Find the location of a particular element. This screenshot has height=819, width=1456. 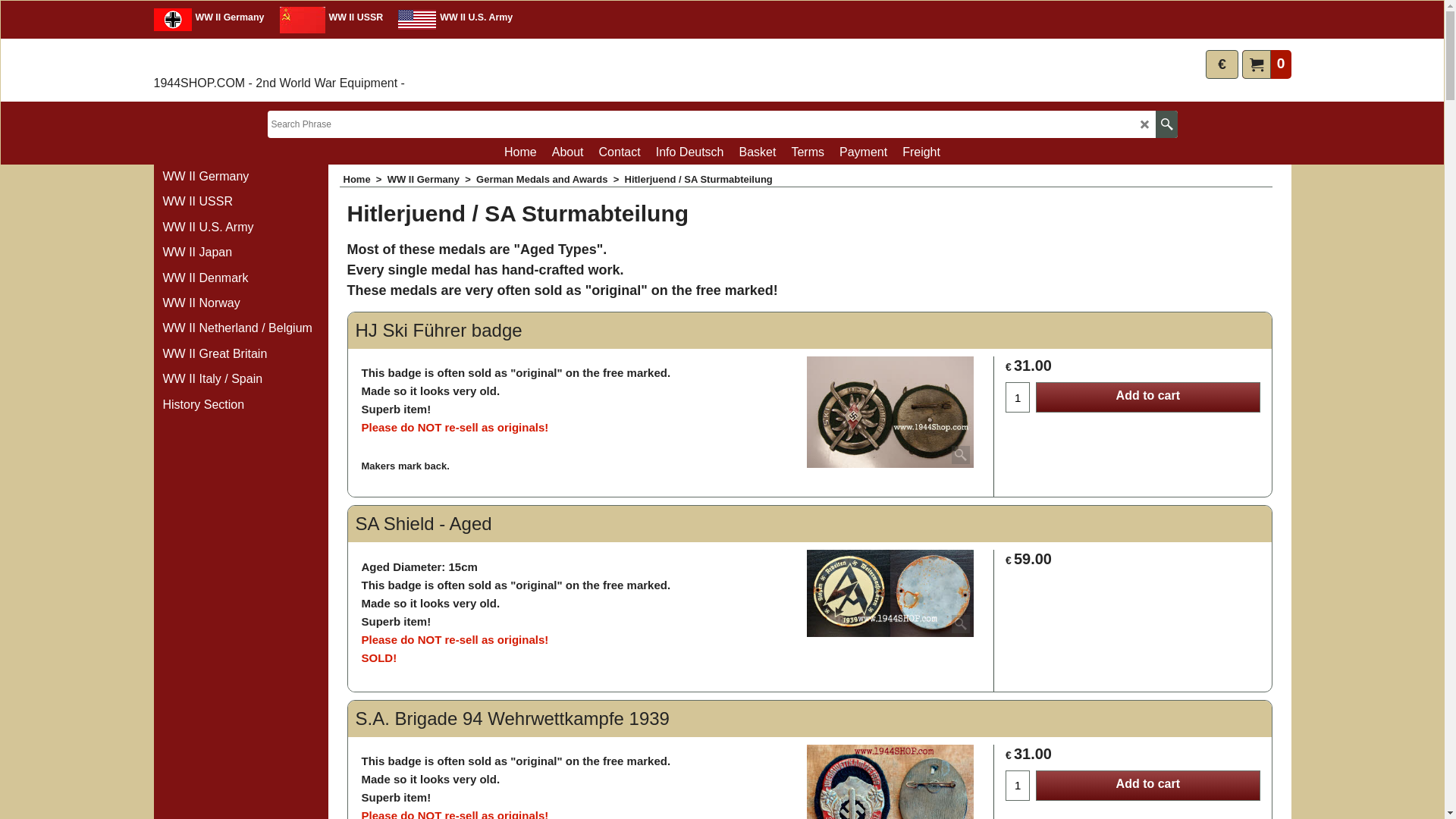

'1944SHOP.COM' is located at coordinates (225, 61).